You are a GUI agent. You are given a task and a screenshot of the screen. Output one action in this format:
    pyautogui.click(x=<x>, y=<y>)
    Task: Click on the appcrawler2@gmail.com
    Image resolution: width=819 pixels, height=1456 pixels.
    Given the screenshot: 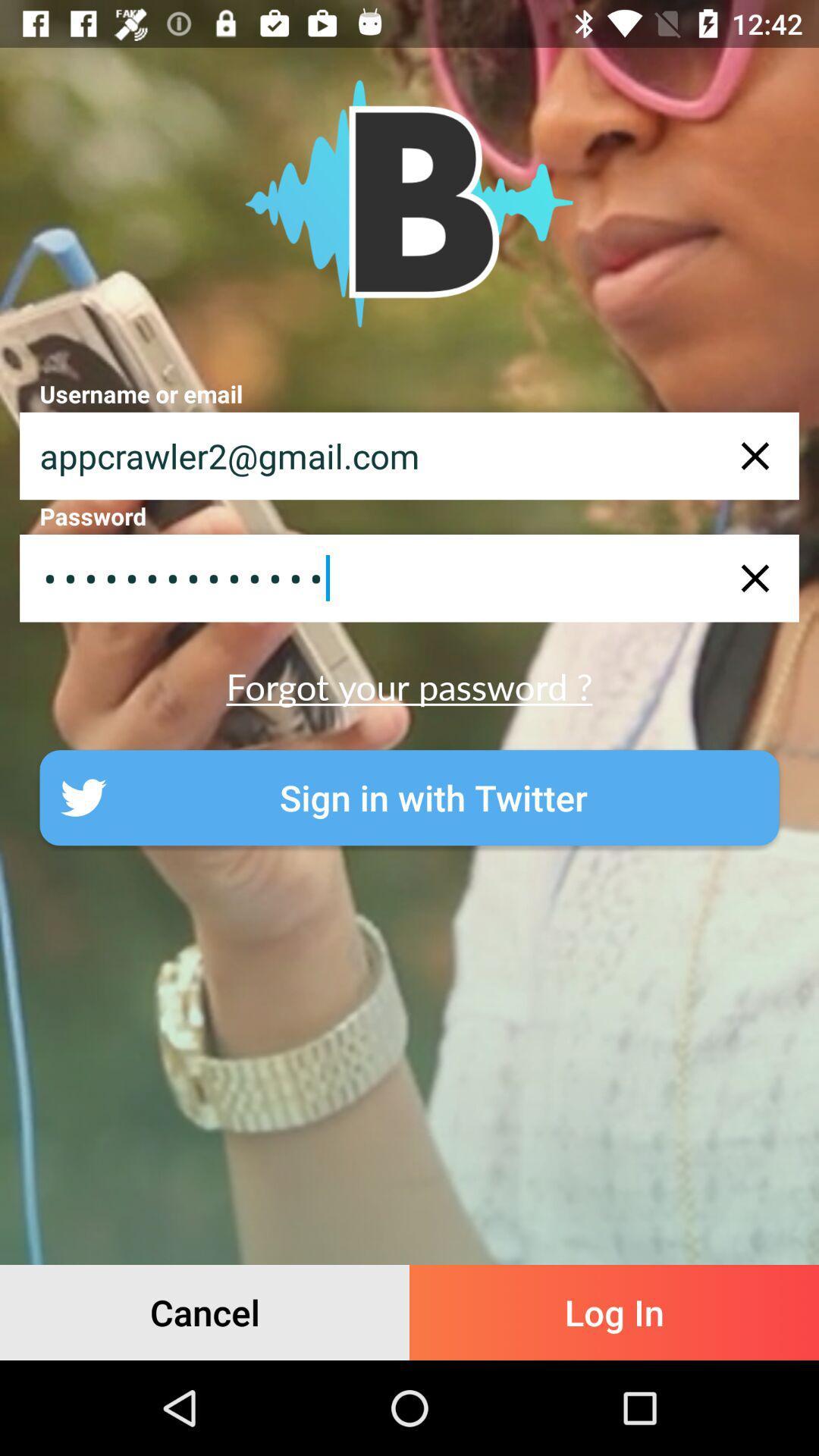 What is the action you would take?
    pyautogui.click(x=409, y=455)
    